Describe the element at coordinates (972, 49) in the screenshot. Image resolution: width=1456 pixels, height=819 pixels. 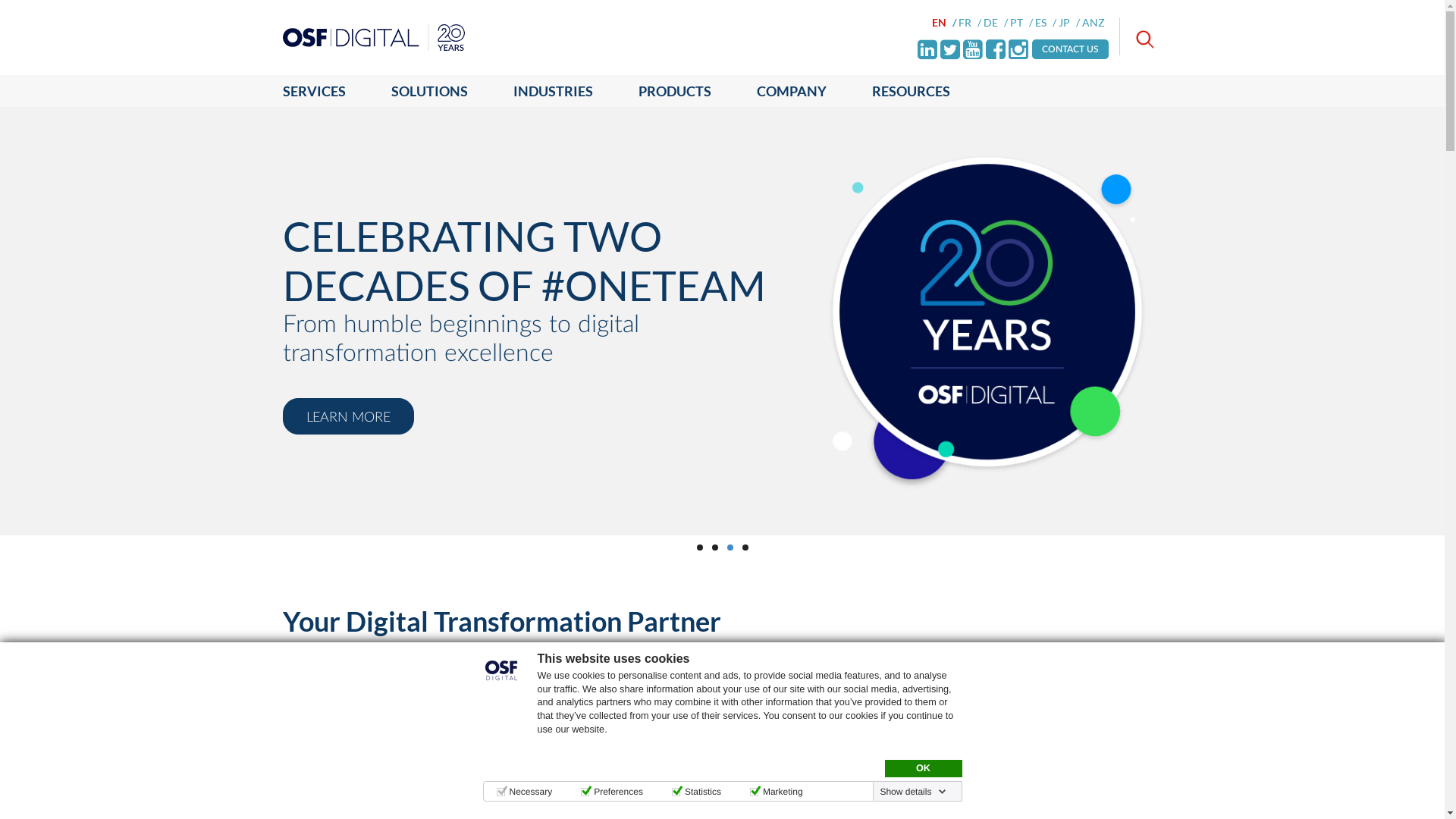
I see `'Youtube'` at that location.